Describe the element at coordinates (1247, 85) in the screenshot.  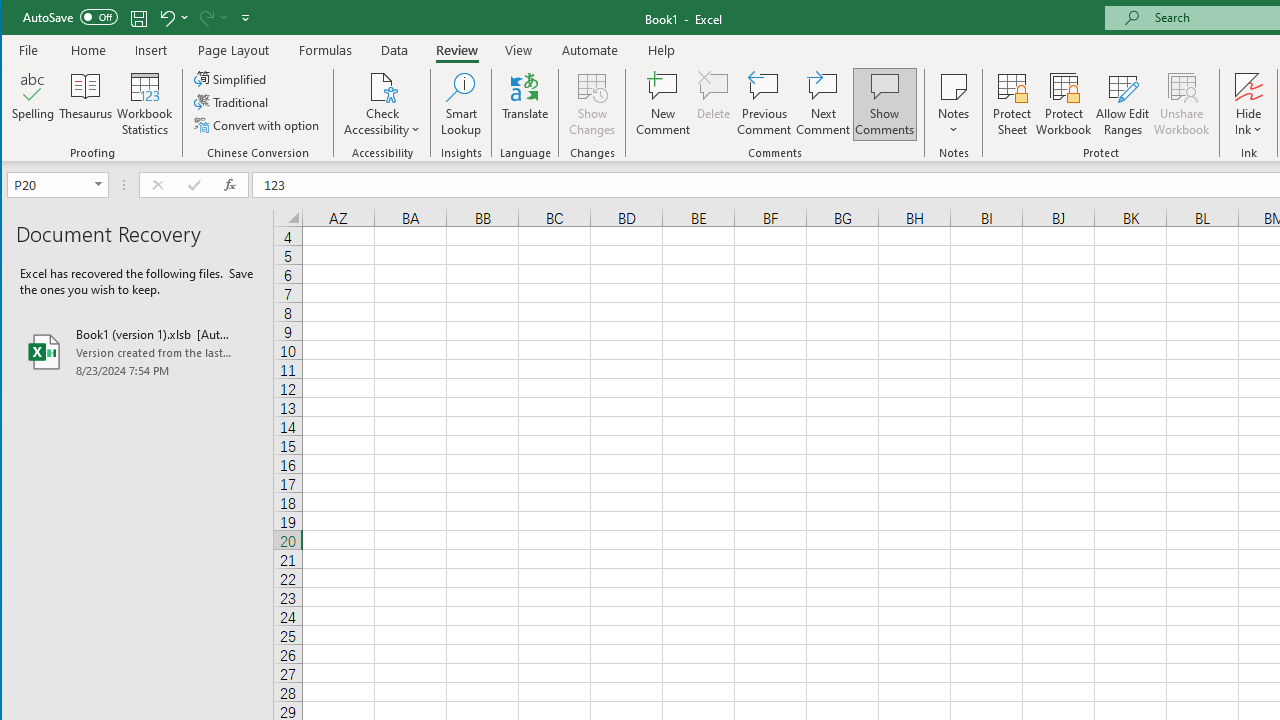
I see `'Hide Ink'` at that location.